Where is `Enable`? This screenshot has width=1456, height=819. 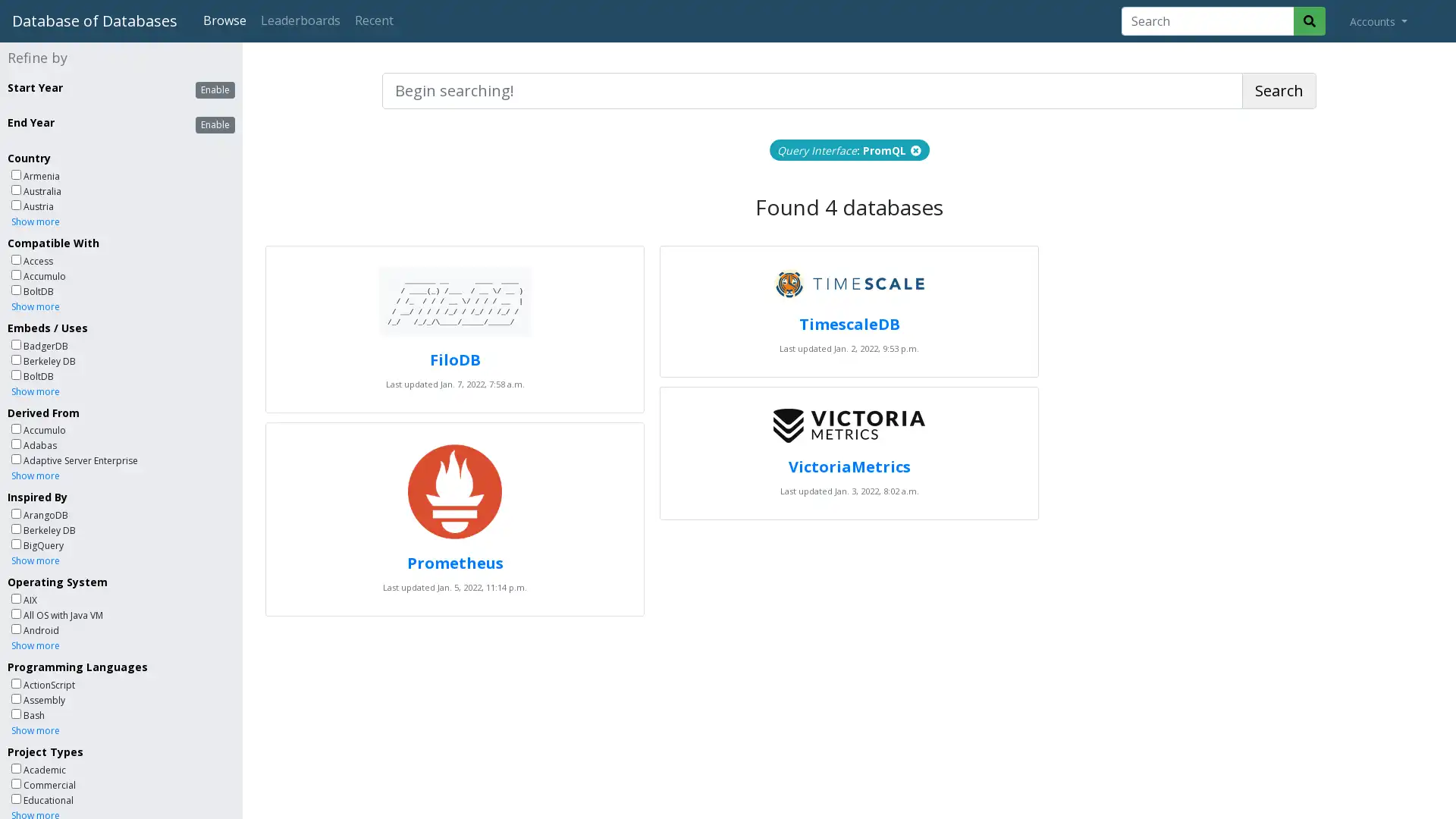 Enable is located at coordinates (214, 89).